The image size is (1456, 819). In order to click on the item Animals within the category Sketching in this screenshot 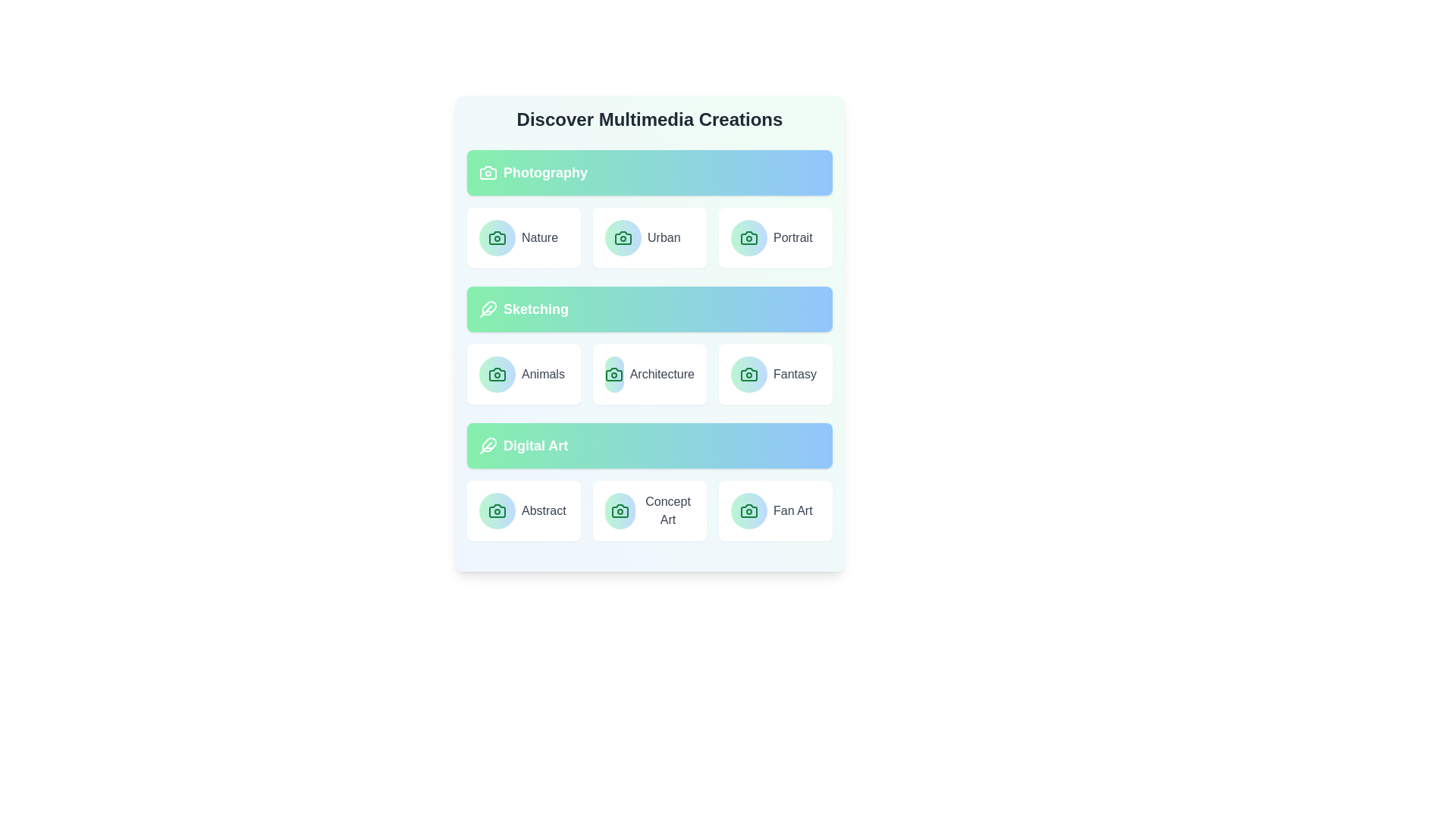, I will do `click(524, 374)`.